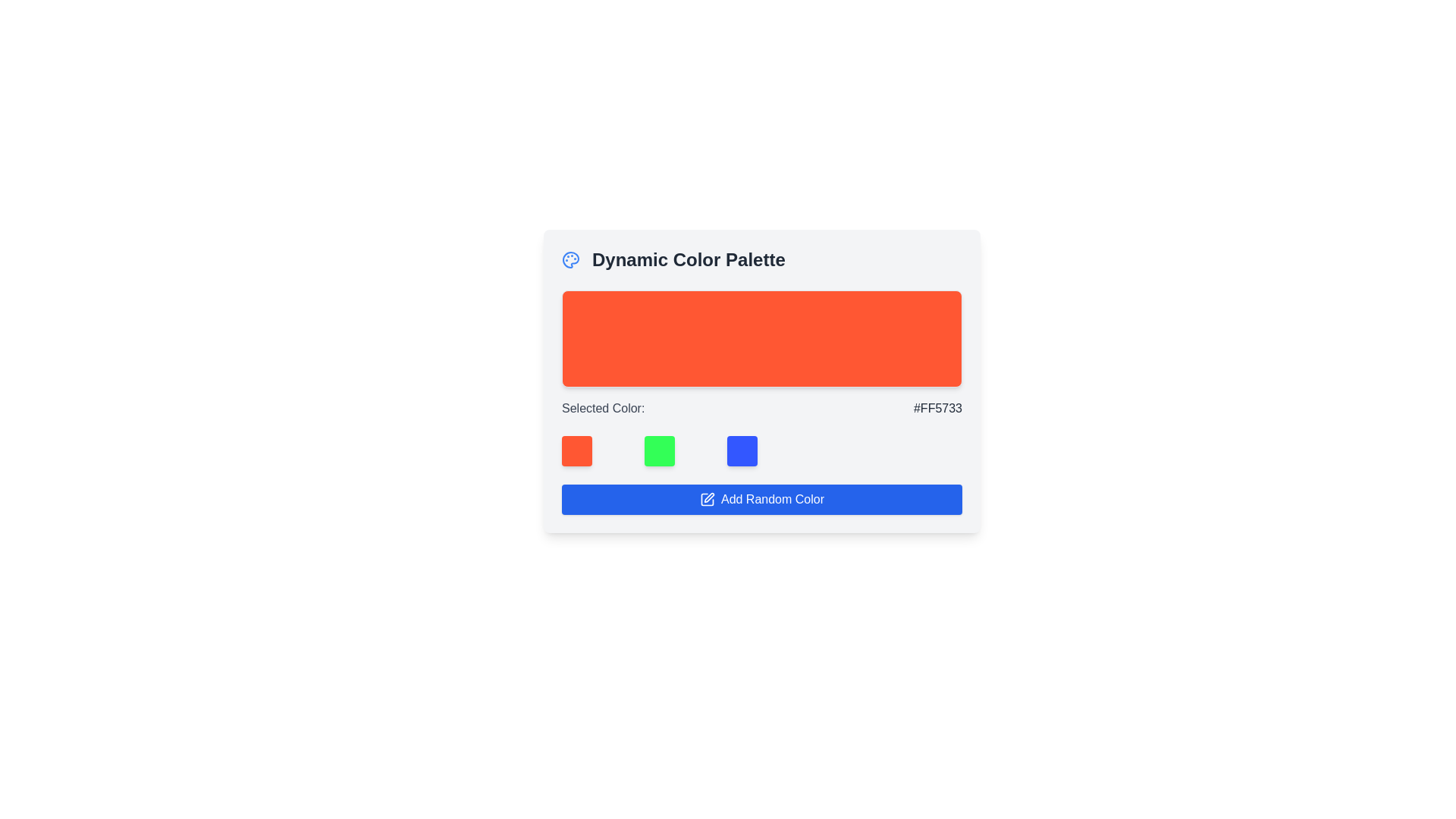 The image size is (1456, 819). Describe the element at coordinates (602, 408) in the screenshot. I see `the descriptive Text label that indicates the selected color code, which is positioned to the left of the corresponding value '#FF5733'` at that location.